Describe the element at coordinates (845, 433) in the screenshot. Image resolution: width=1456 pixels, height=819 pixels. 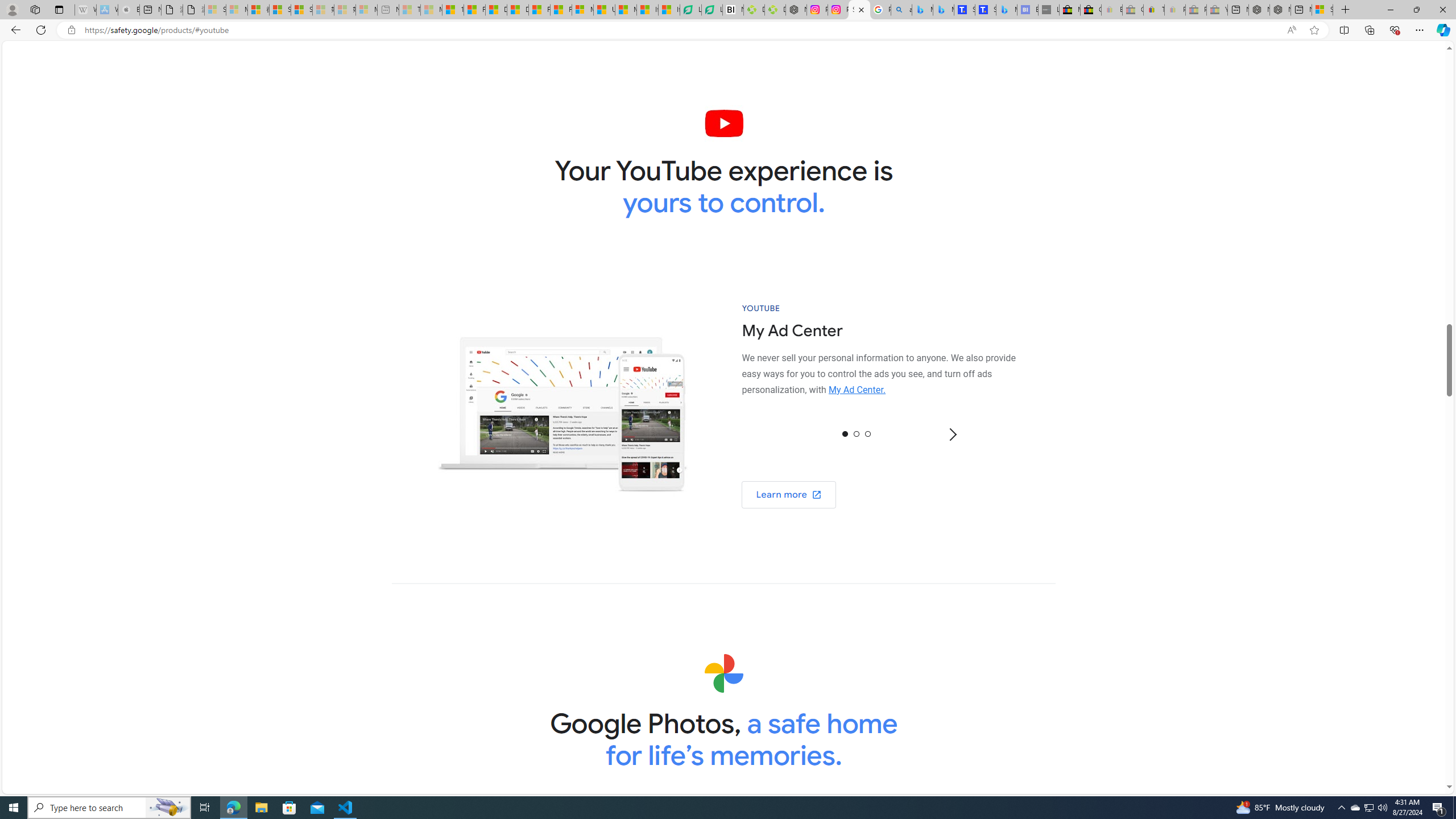
I see `'0'` at that location.